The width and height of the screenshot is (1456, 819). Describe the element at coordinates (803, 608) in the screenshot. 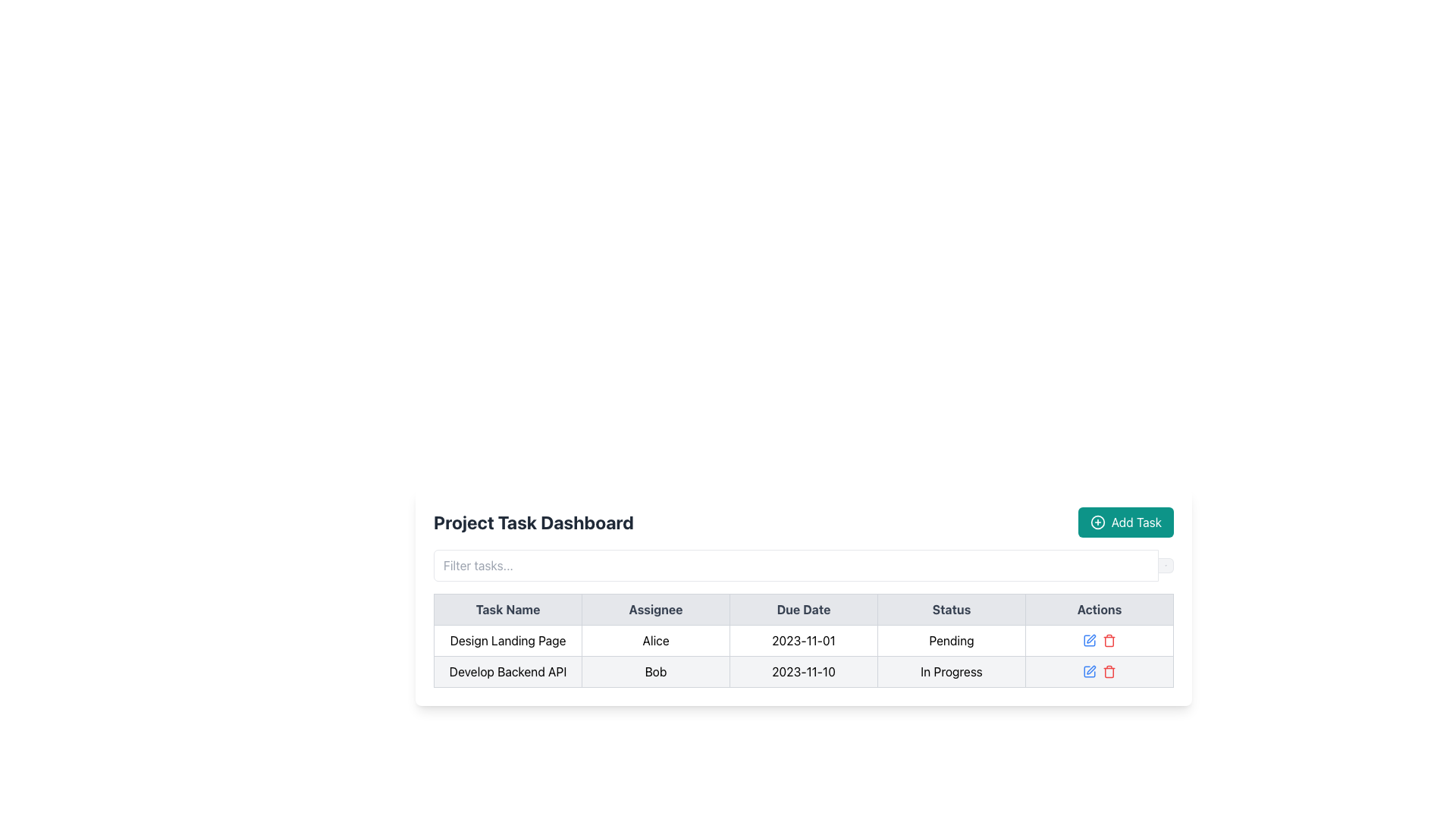

I see `the table header row that contains the columns 'Task Name', 'Assignee', 'Due Date', 'Status', and 'Actions', which is located at the top of the table with a gray background and black text` at that location.